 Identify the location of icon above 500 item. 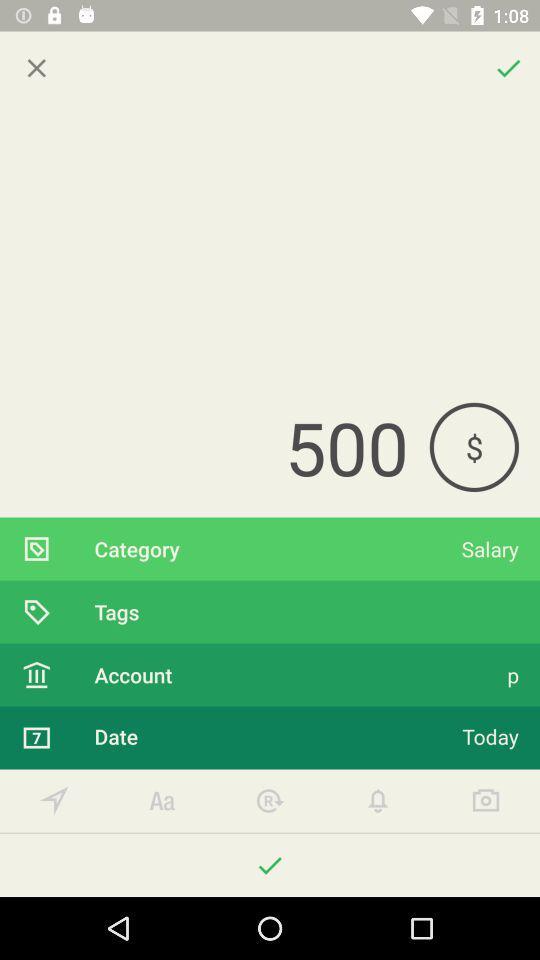
(36, 68).